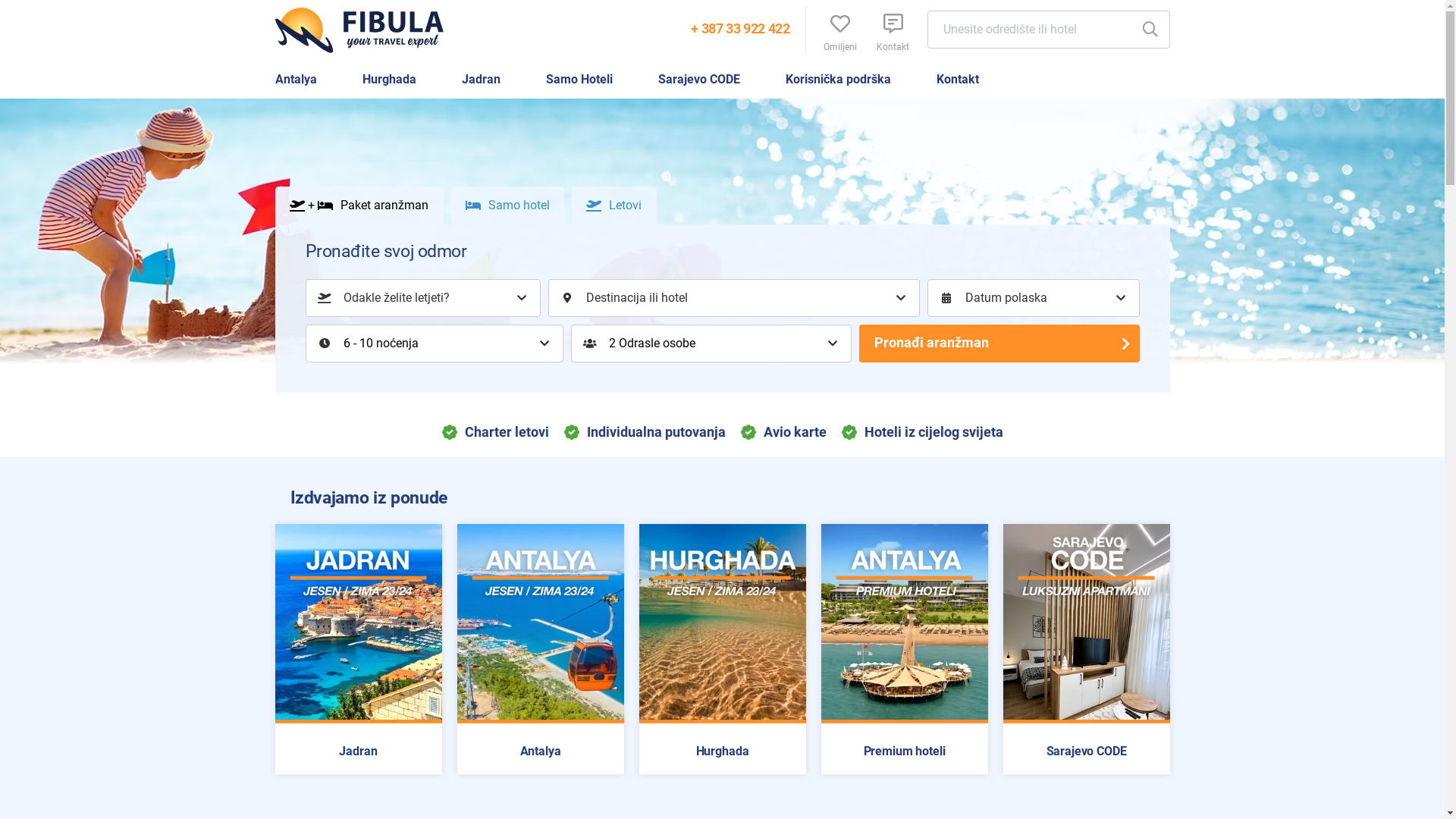 The width and height of the screenshot is (1456, 819). I want to click on 'Antalya', so click(295, 79).